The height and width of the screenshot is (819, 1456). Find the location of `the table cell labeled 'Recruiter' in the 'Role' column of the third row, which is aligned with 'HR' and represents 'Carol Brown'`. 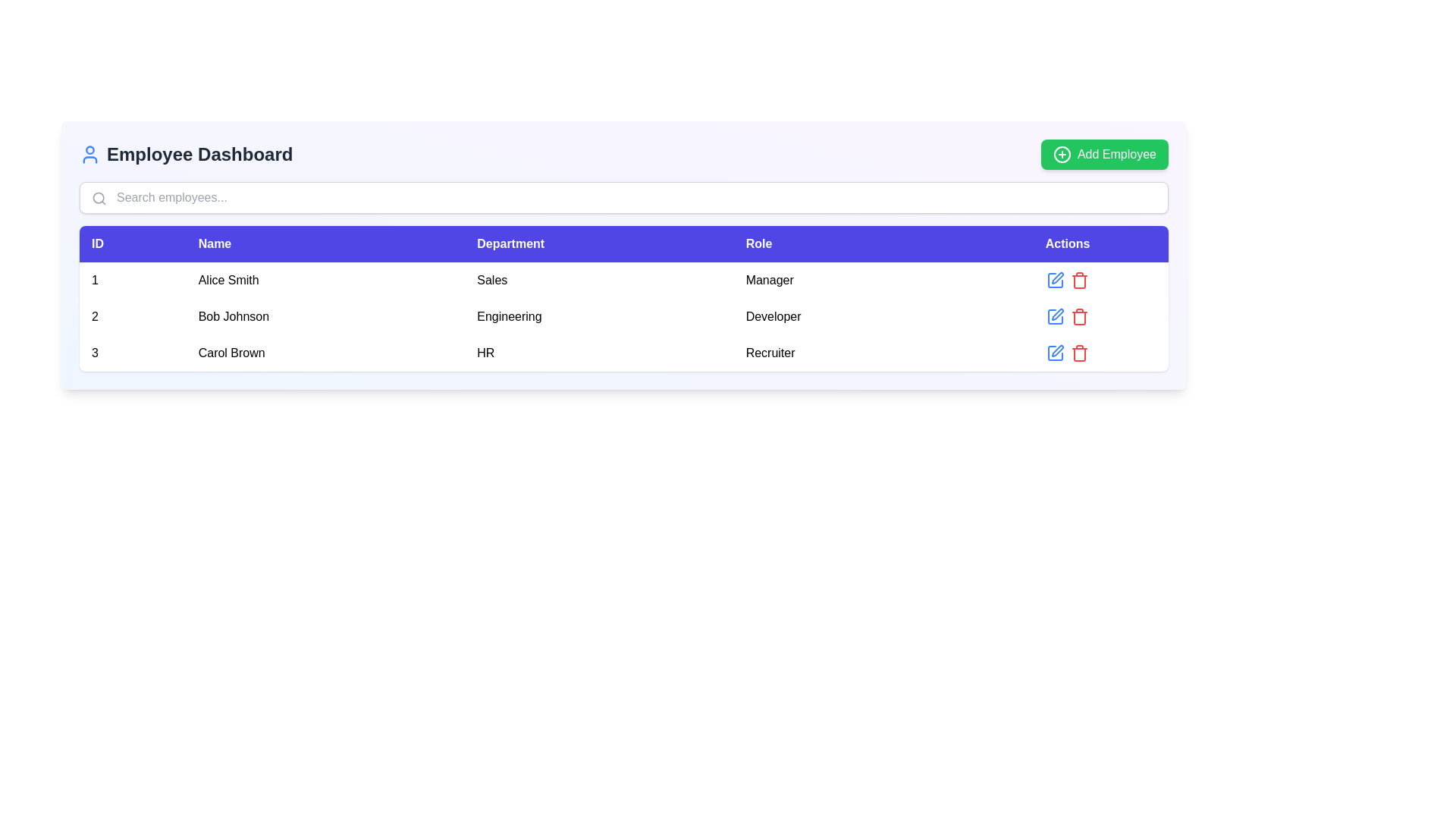

the table cell labeled 'Recruiter' in the 'Role' column of the third row, which is aligned with 'HR' and represents 'Carol Brown' is located at coordinates (850, 353).